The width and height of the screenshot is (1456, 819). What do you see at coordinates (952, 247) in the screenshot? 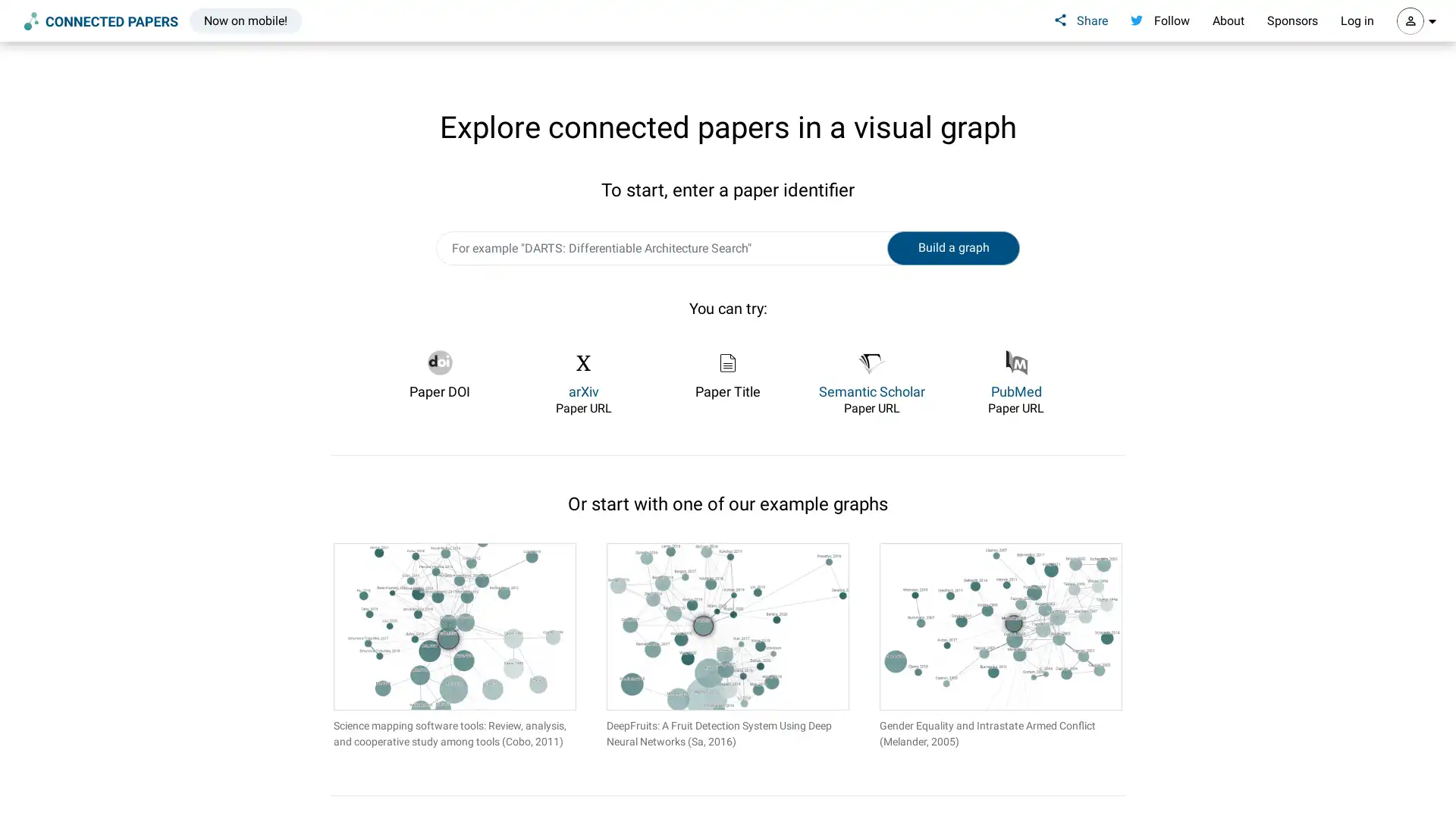
I see `Build a graph` at bounding box center [952, 247].